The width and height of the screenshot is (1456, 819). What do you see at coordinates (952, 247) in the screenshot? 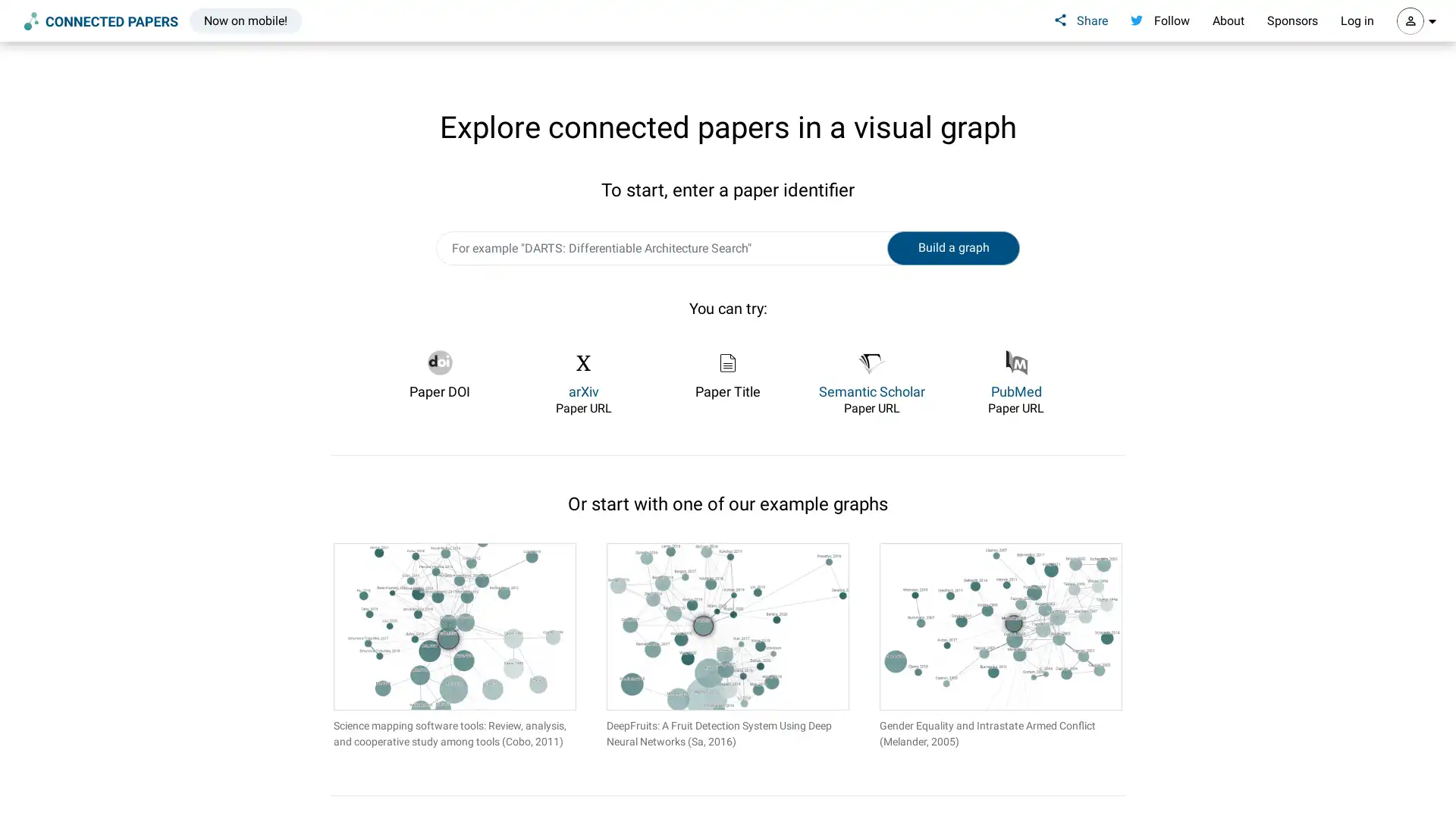
I see `Build a graph` at bounding box center [952, 247].